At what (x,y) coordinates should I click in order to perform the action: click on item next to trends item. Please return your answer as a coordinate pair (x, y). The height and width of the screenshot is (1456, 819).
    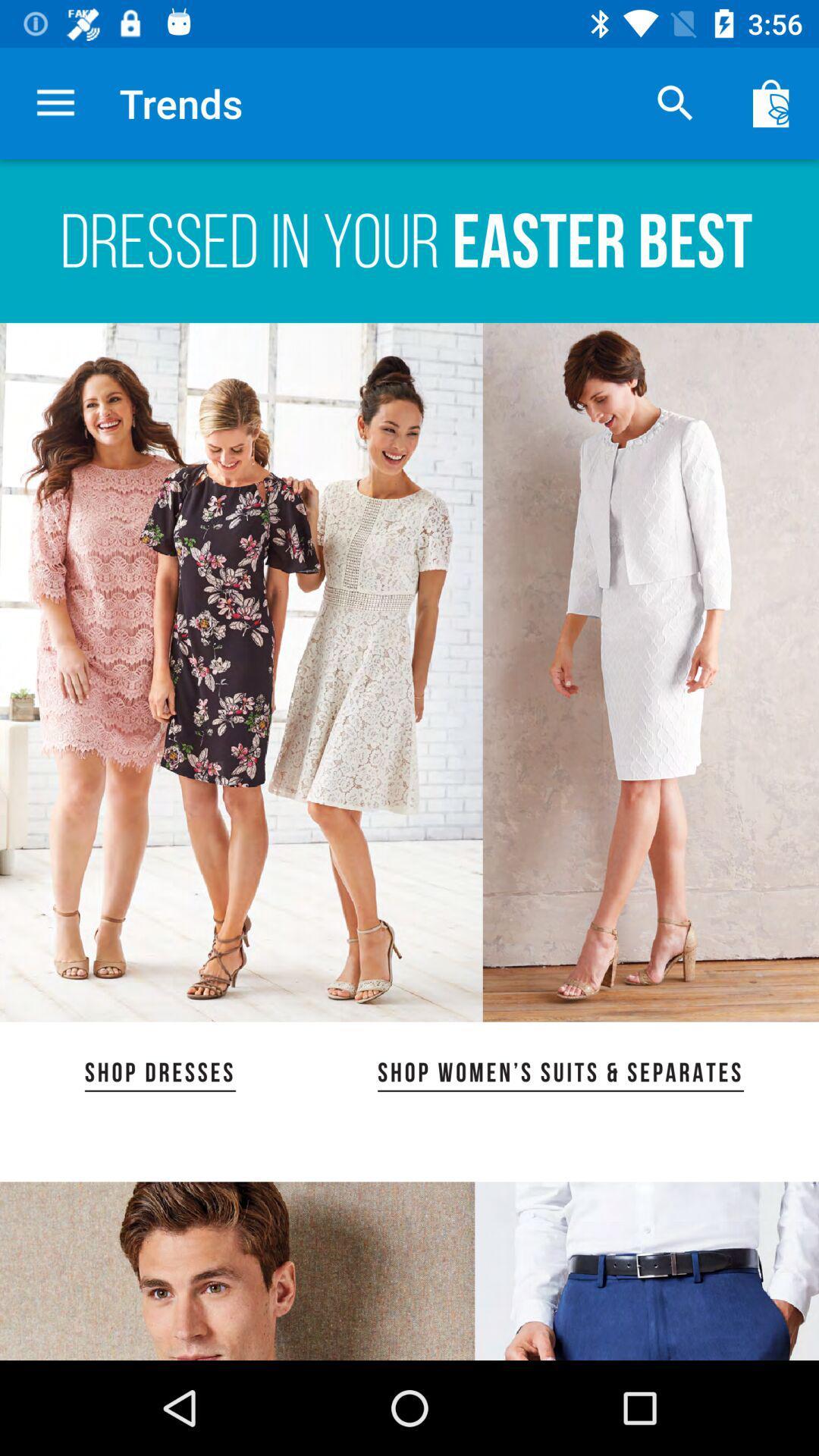
    Looking at the image, I should click on (675, 102).